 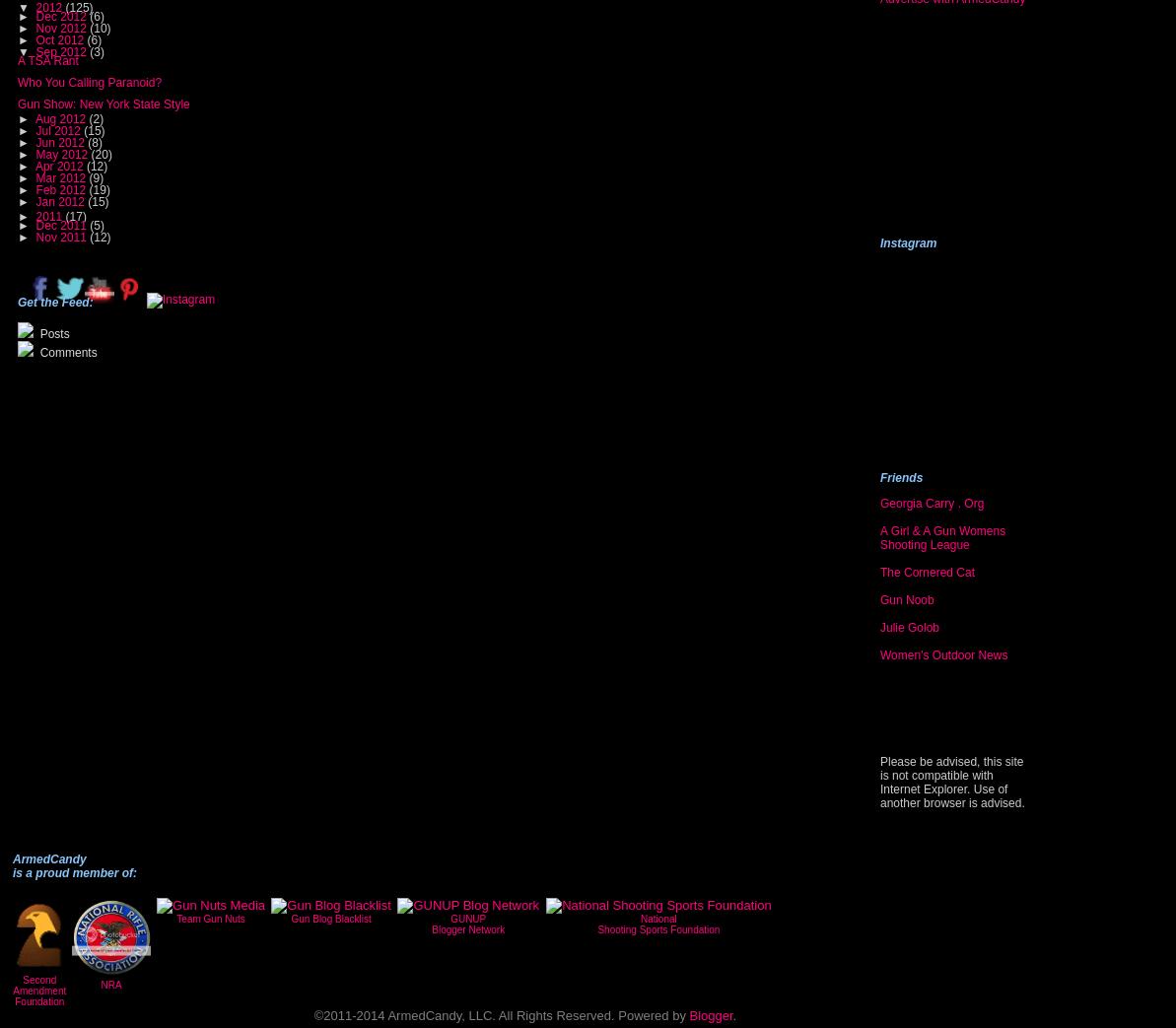 I want to click on '(10)', so click(x=99, y=26).